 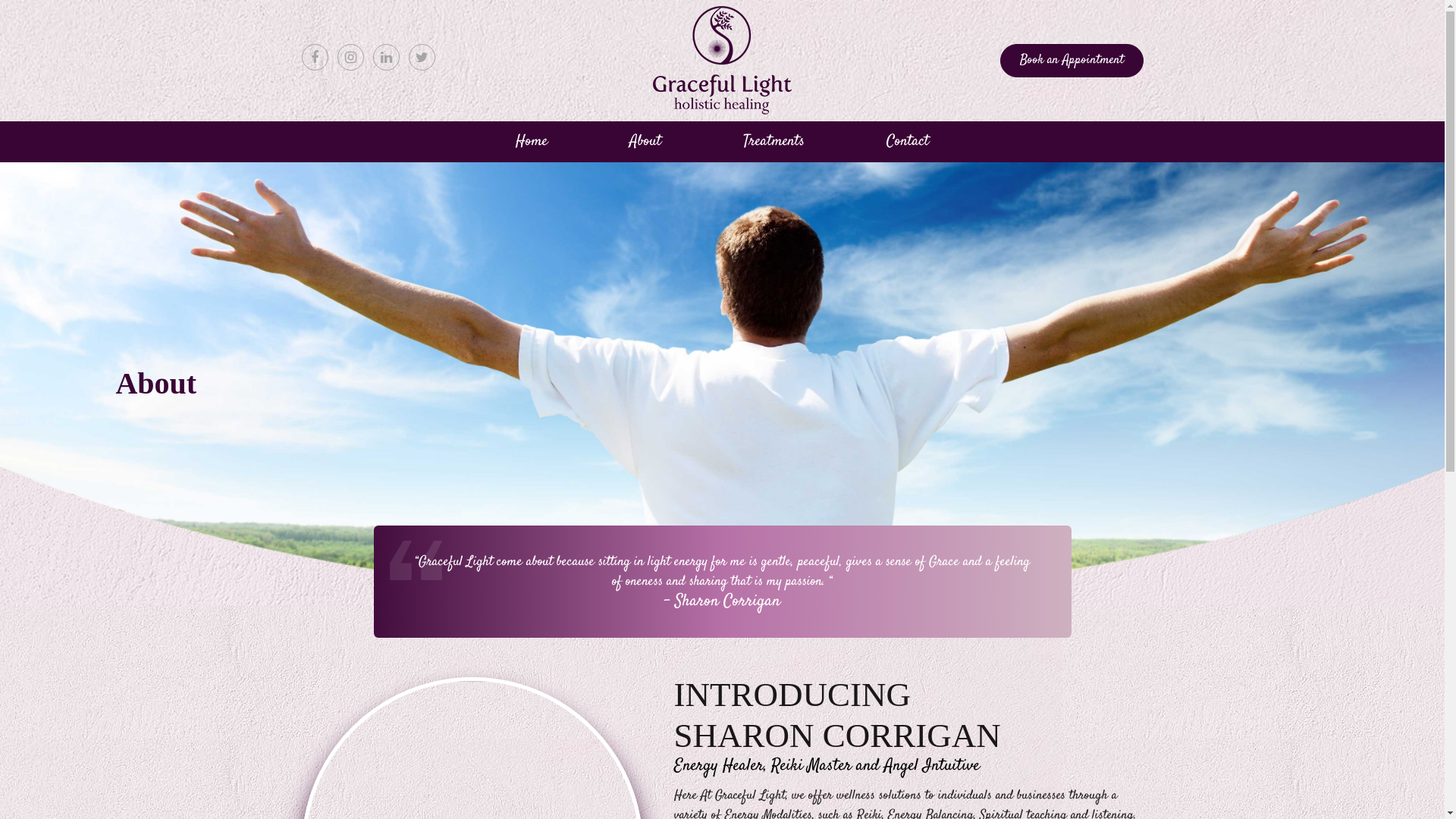 I want to click on 'Book an Appointment', so click(x=1070, y=60).